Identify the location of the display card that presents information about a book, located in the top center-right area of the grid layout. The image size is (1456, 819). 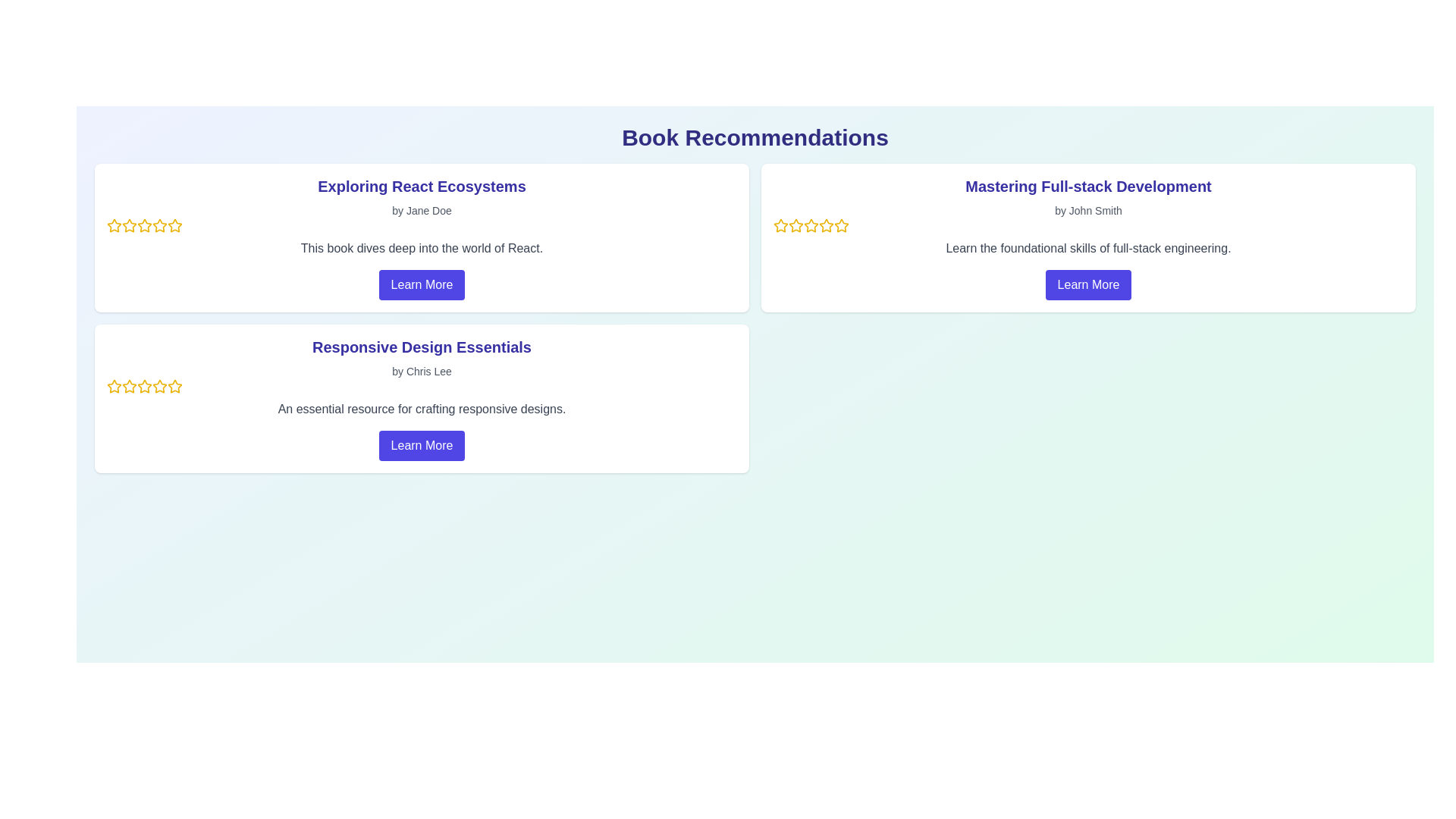
(1087, 237).